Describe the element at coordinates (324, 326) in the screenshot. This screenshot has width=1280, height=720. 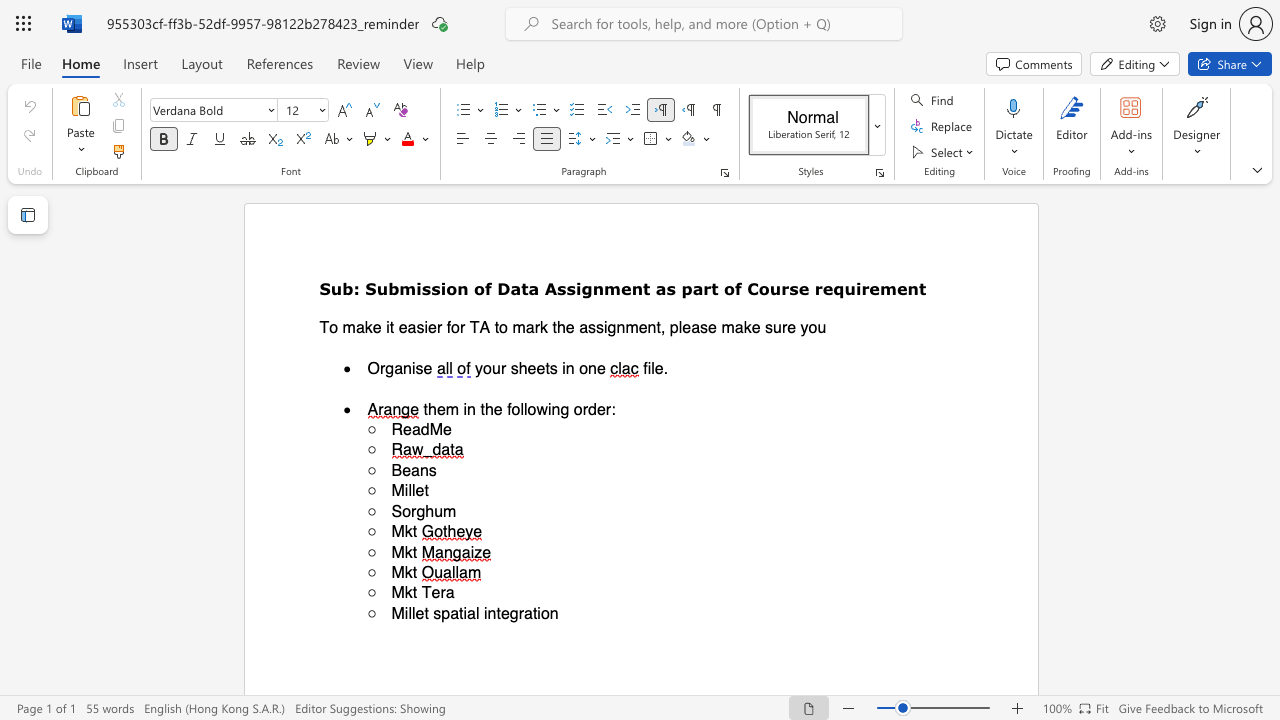
I see `the 1th character "T" in the text` at that location.